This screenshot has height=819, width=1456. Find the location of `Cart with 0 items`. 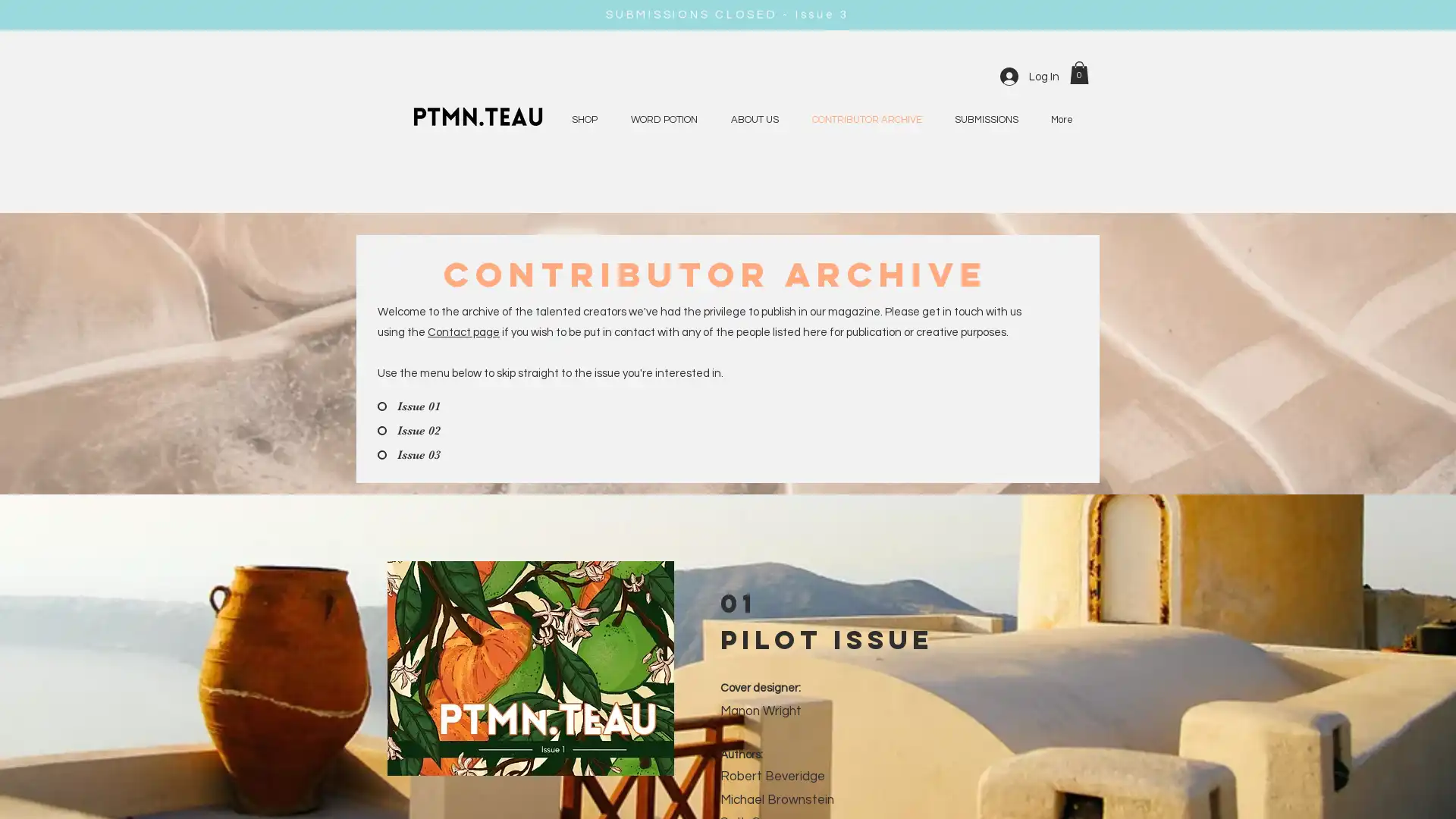

Cart with 0 items is located at coordinates (1078, 72).